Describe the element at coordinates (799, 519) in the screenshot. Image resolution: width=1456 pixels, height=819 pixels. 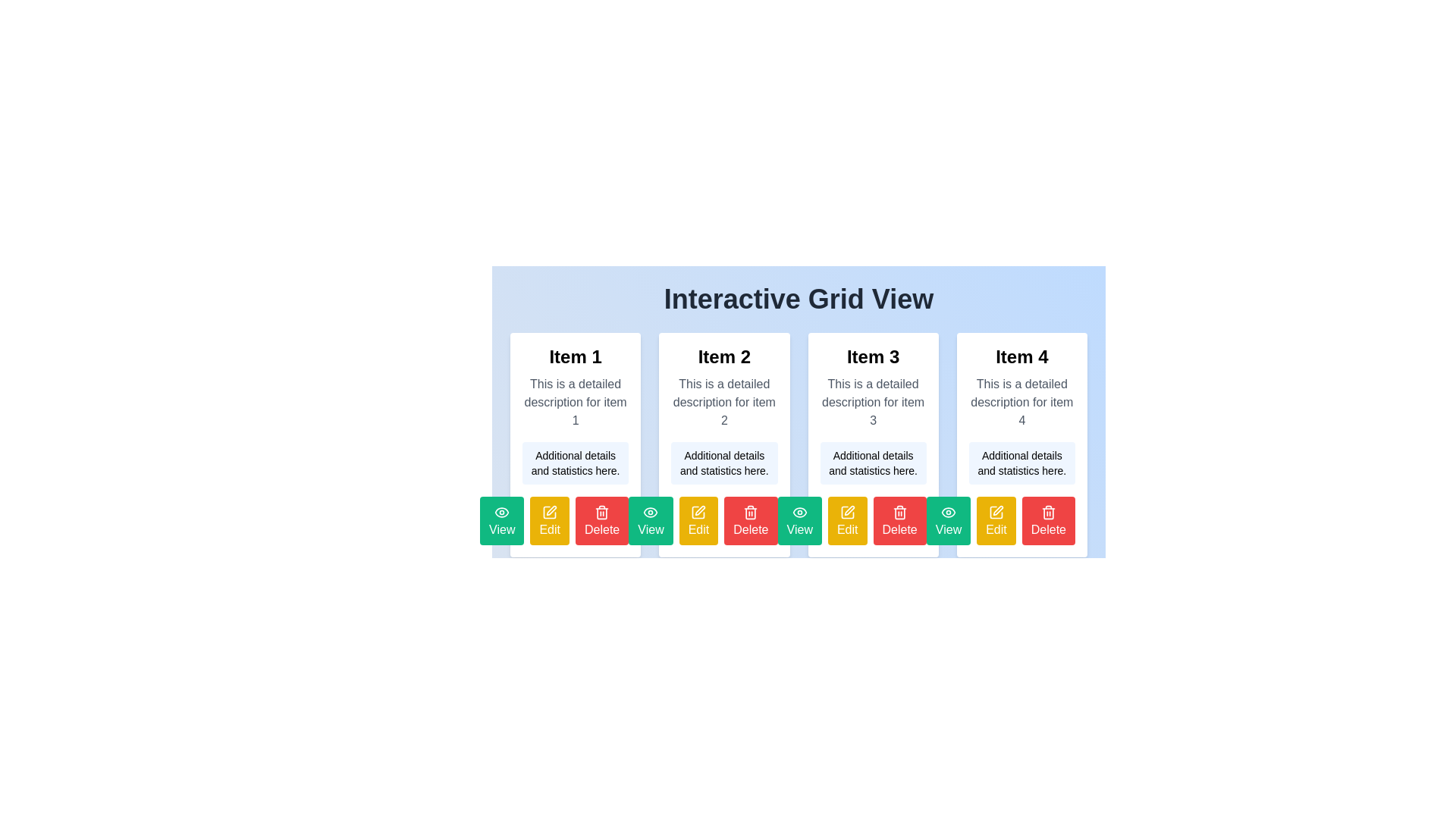
I see `the green 'View' button with a white eye icon` at that location.